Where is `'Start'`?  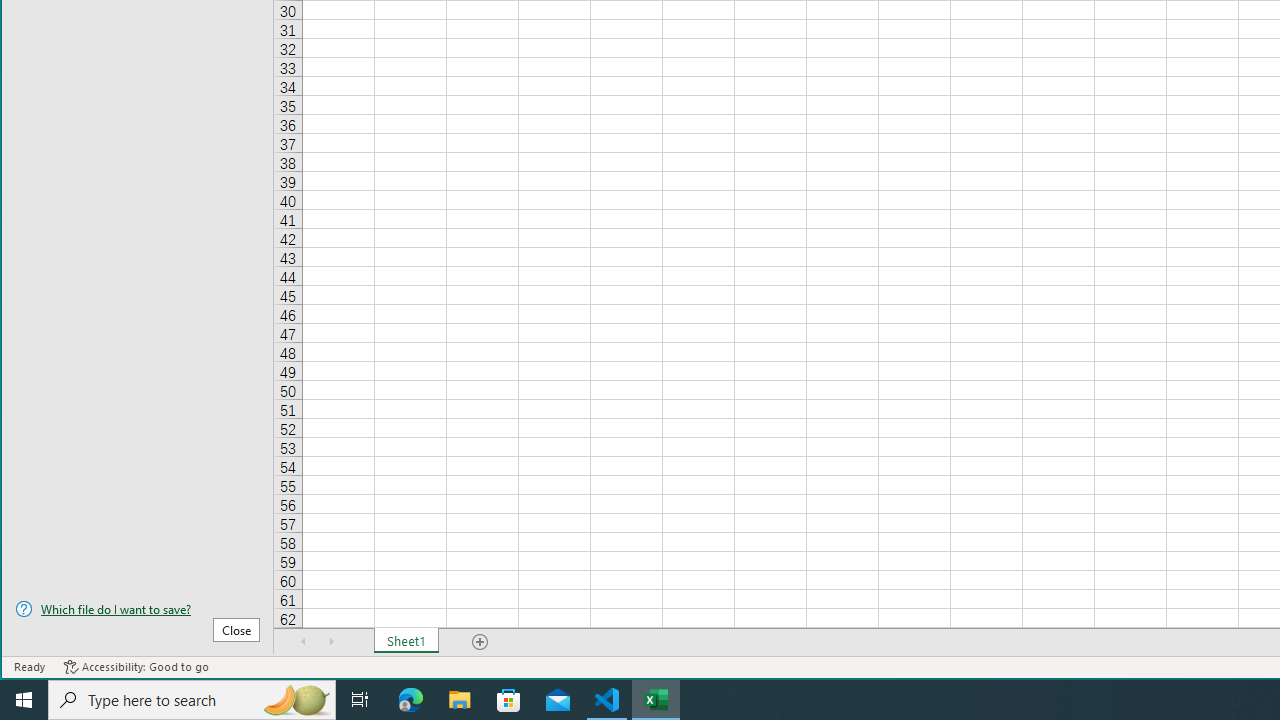 'Start' is located at coordinates (24, 698).